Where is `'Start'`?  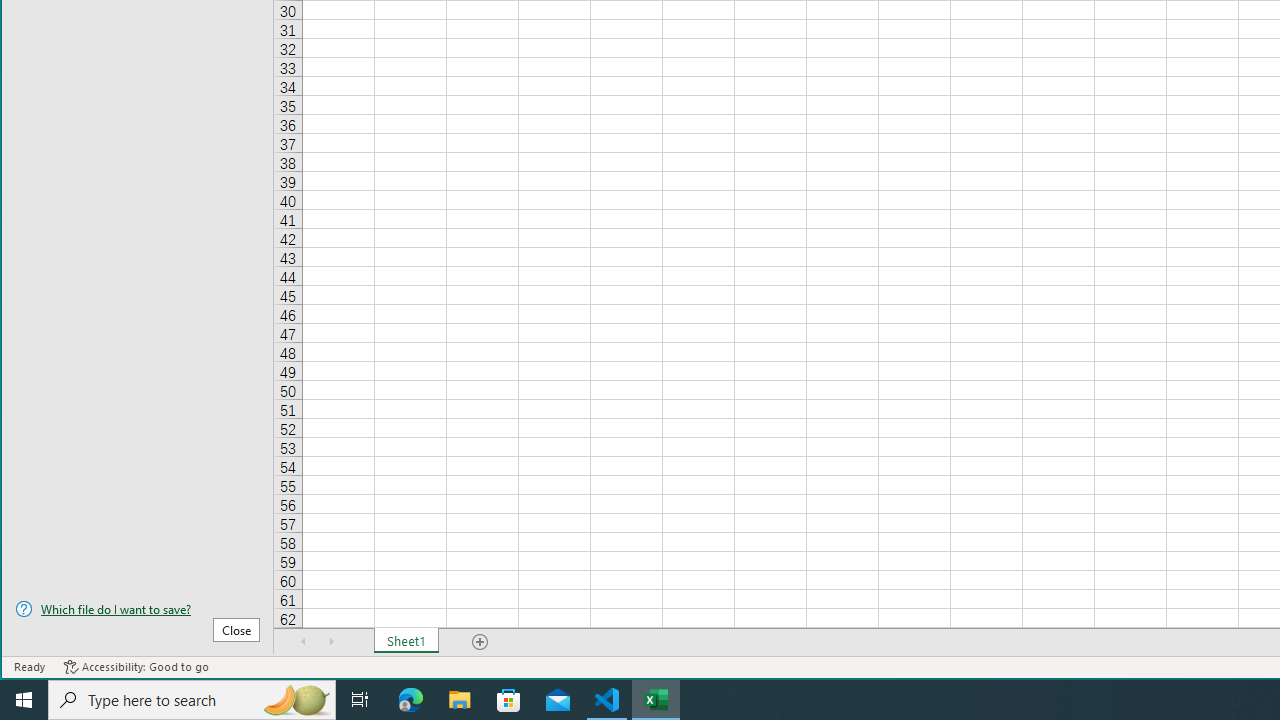 'Start' is located at coordinates (24, 698).